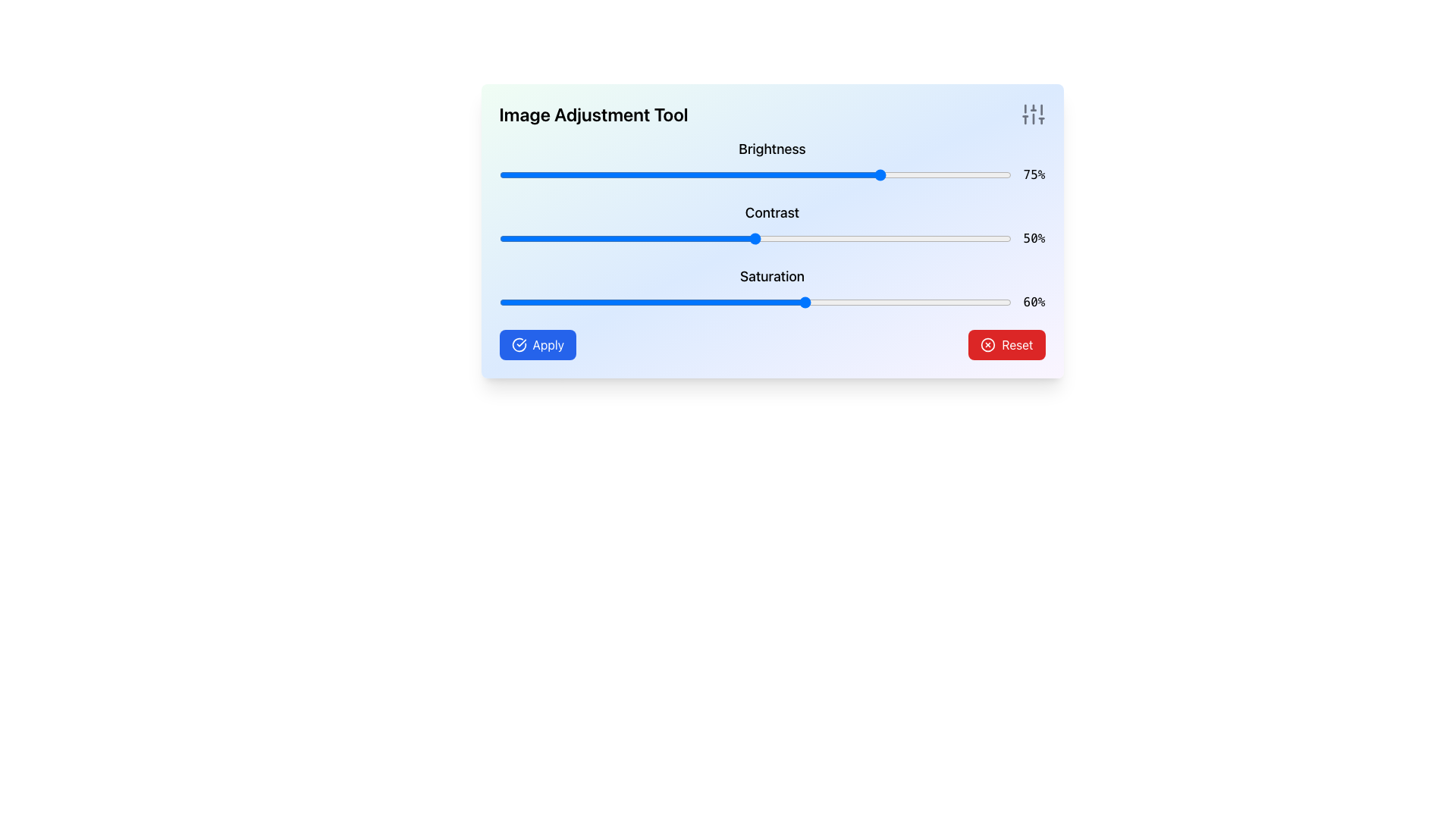  I want to click on the slider value, so click(632, 302).